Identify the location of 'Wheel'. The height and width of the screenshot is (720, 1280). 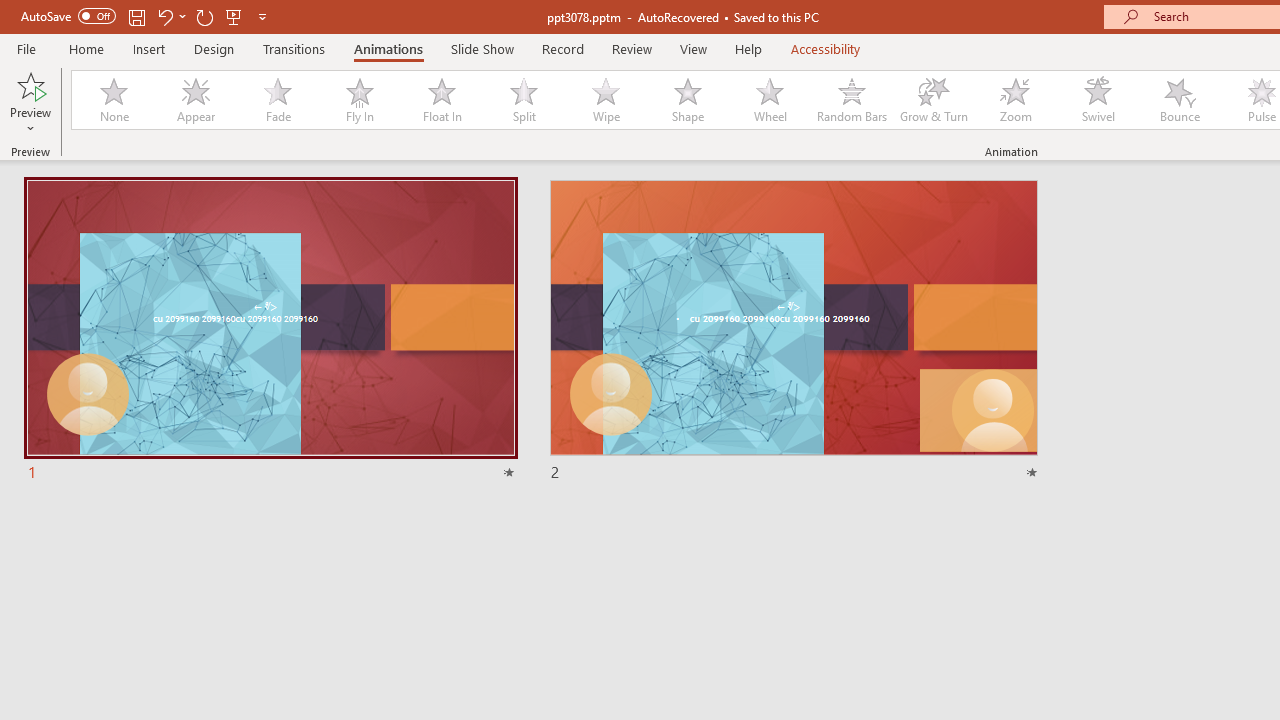
(769, 100).